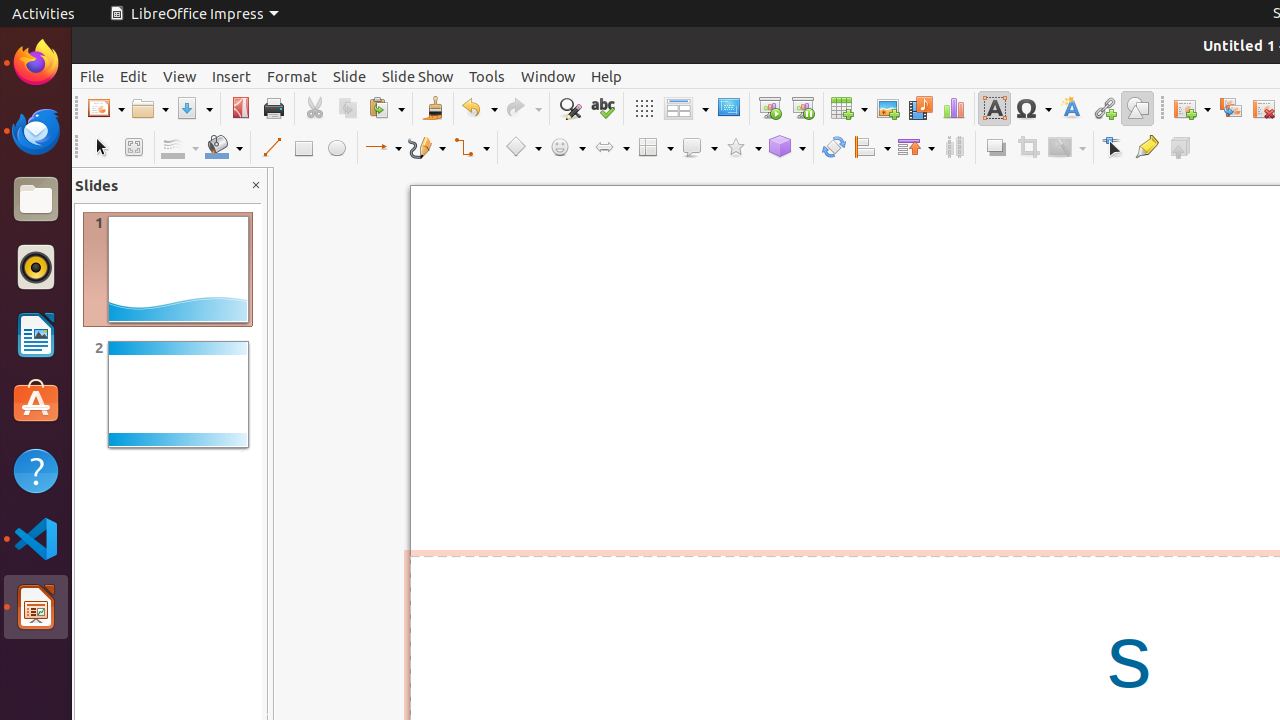 The height and width of the screenshot is (720, 1280). I want to click on 'Table', so click(849, 108).